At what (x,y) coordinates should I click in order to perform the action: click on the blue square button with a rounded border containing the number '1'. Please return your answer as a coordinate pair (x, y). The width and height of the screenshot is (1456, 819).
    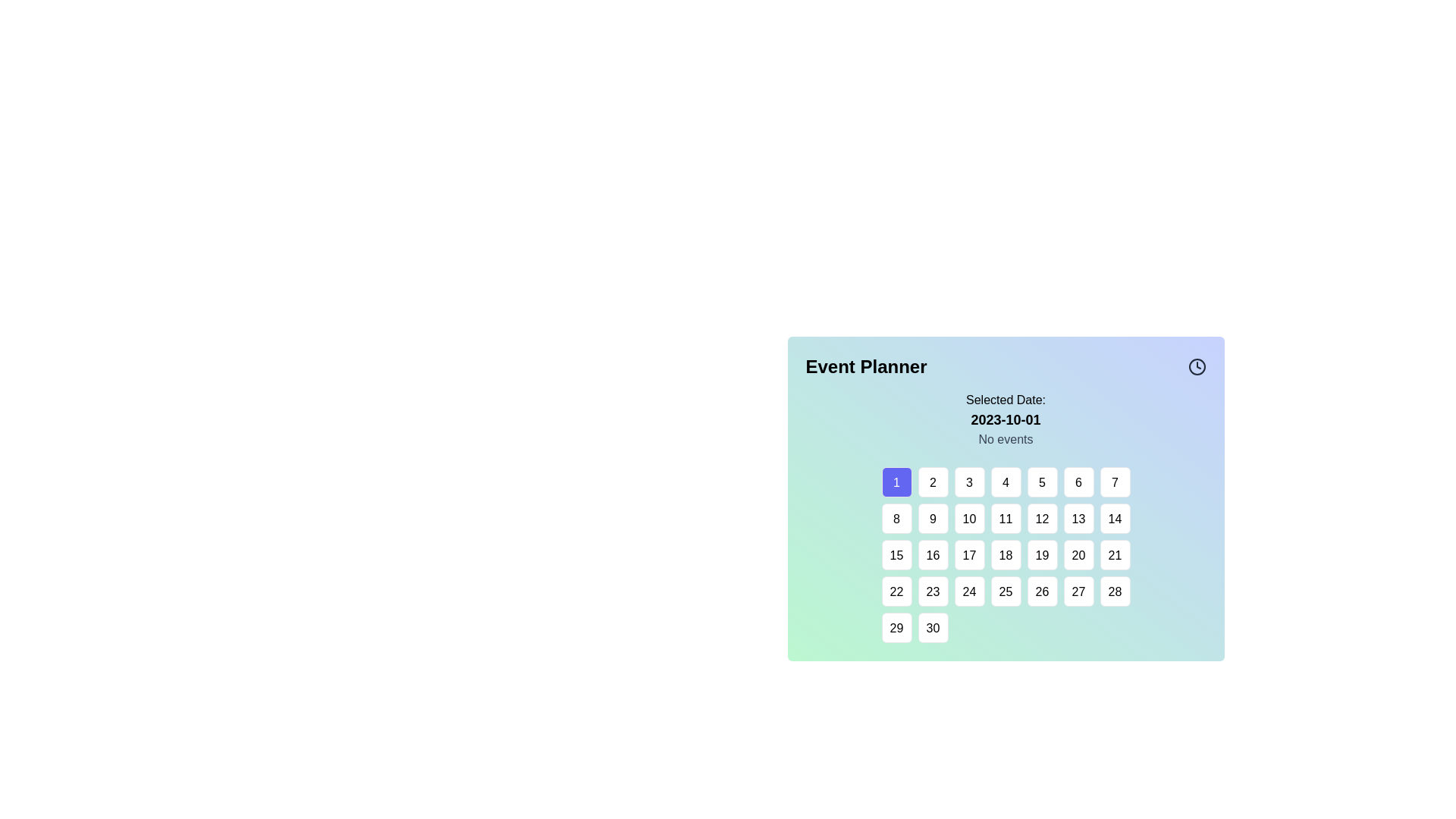
    Looking at the image, I should click on (896, 482).